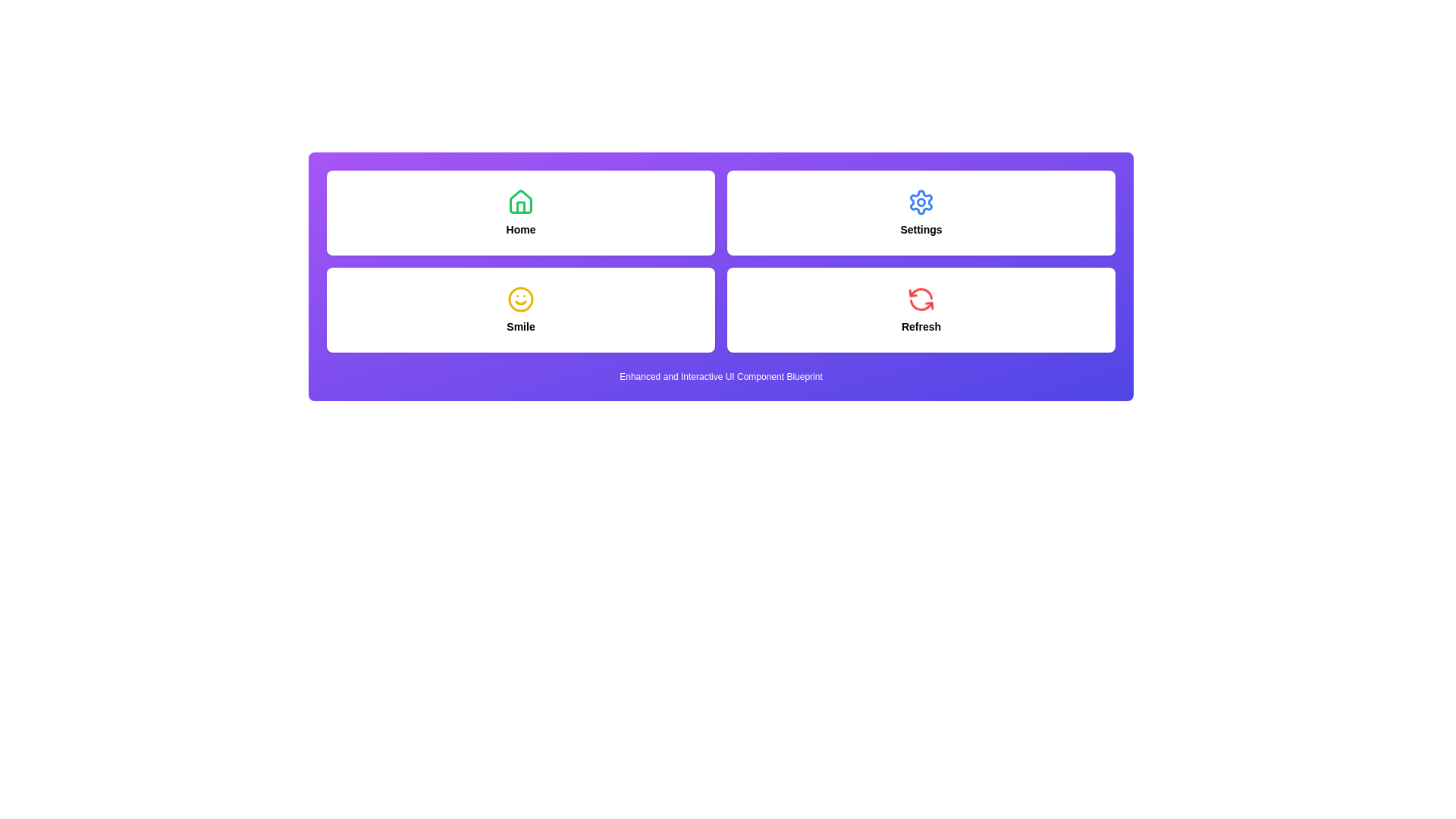 Image resolution: width=1456 pixels, height=819 pixels. What do you see at coordinates (920, 201) in the screenshot?
I see `the Decorative Graphic within the Settings icon, which contributes to its cogwheel representation and is located in the upper-right quadrant of the interface` at bounding box center [920, 201].